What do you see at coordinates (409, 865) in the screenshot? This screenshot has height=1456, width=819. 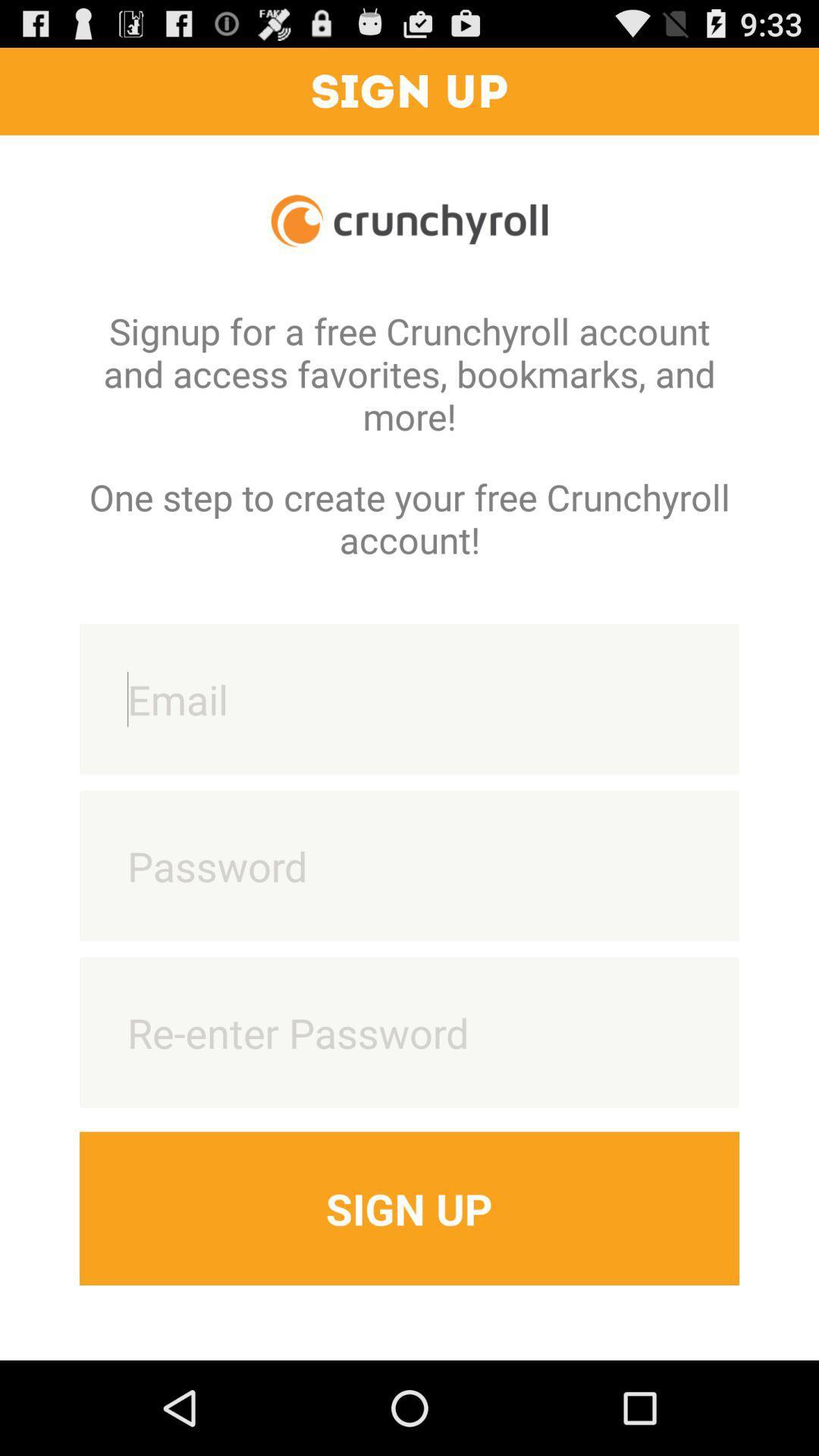 I see `type password` at bounding box center [409, 865].